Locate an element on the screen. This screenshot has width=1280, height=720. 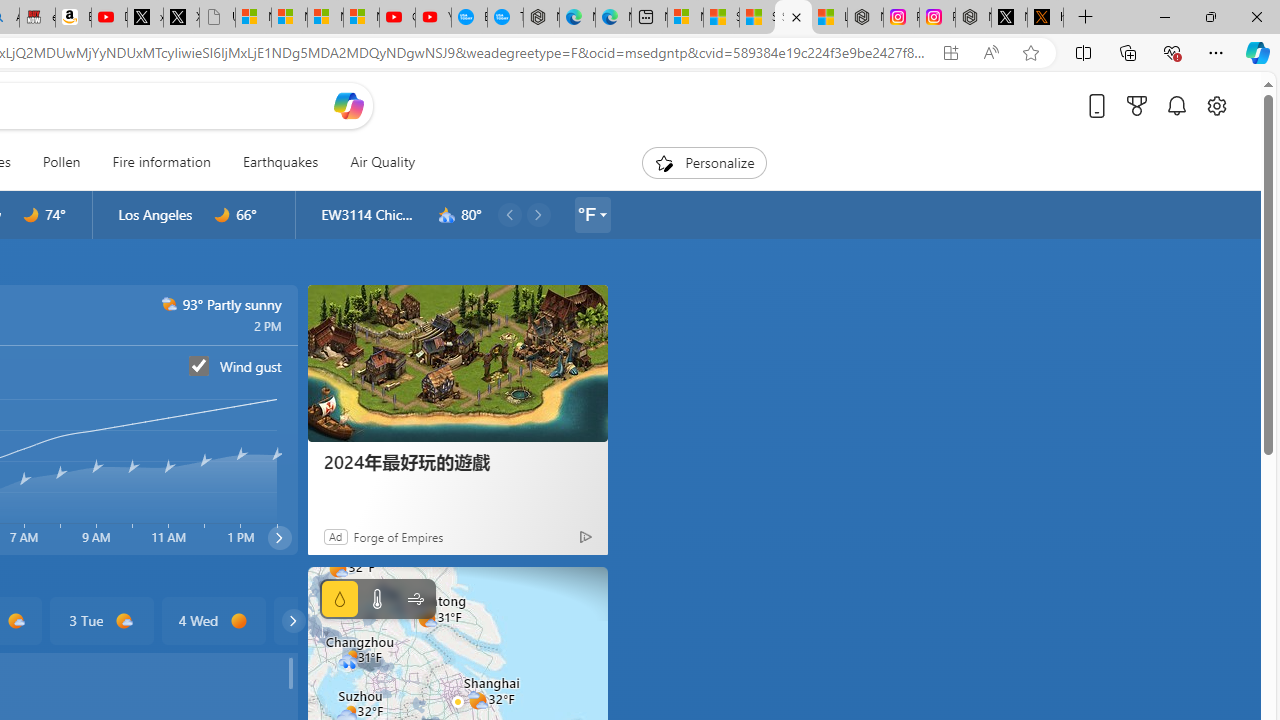
'Microsoft rewards' is located at coordinates (1137, 105).